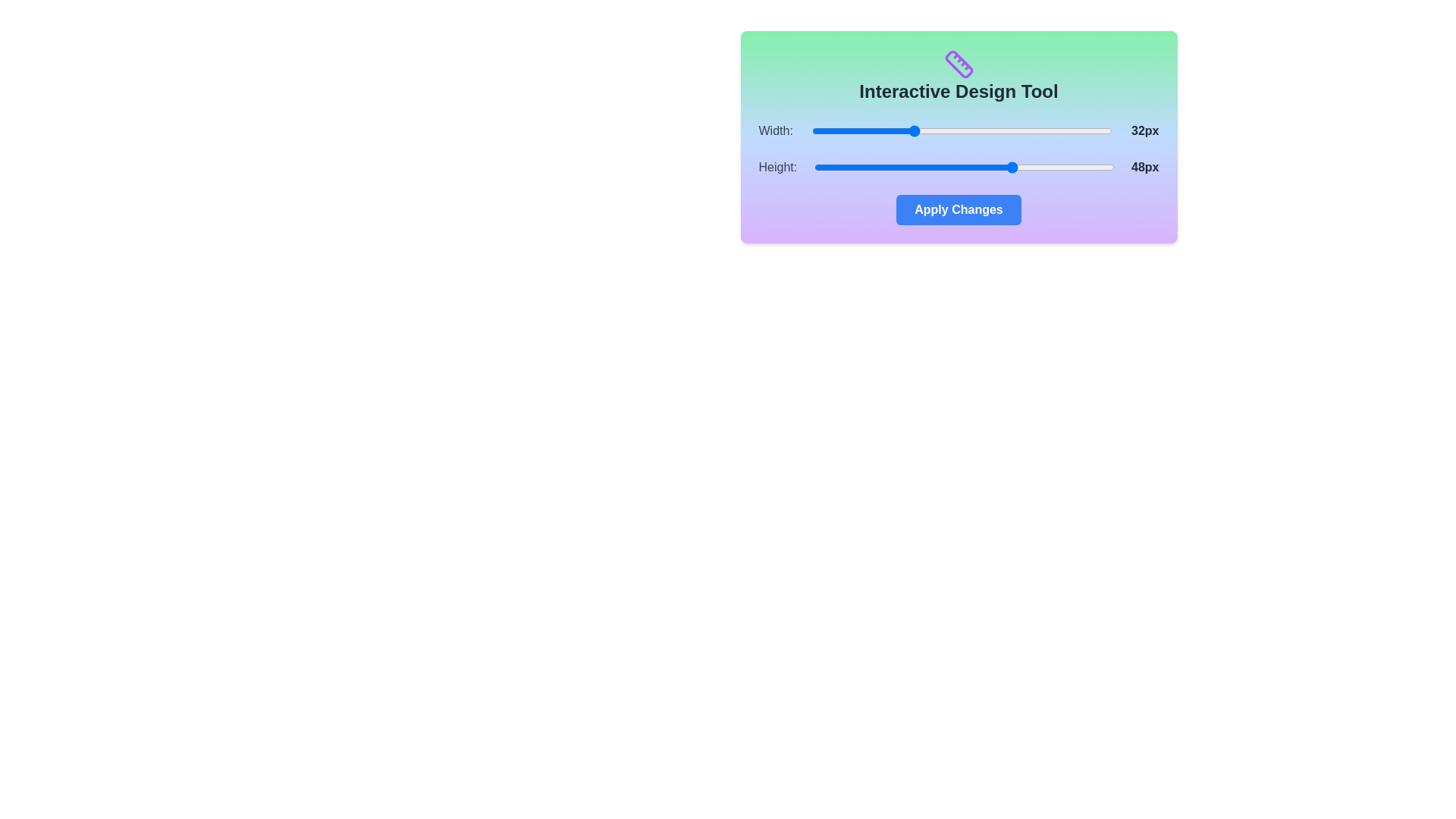  Describe the element at coordinates (908, 167) in the screenshot. I see `the 'Height' slider to set its value to 31` at that location.